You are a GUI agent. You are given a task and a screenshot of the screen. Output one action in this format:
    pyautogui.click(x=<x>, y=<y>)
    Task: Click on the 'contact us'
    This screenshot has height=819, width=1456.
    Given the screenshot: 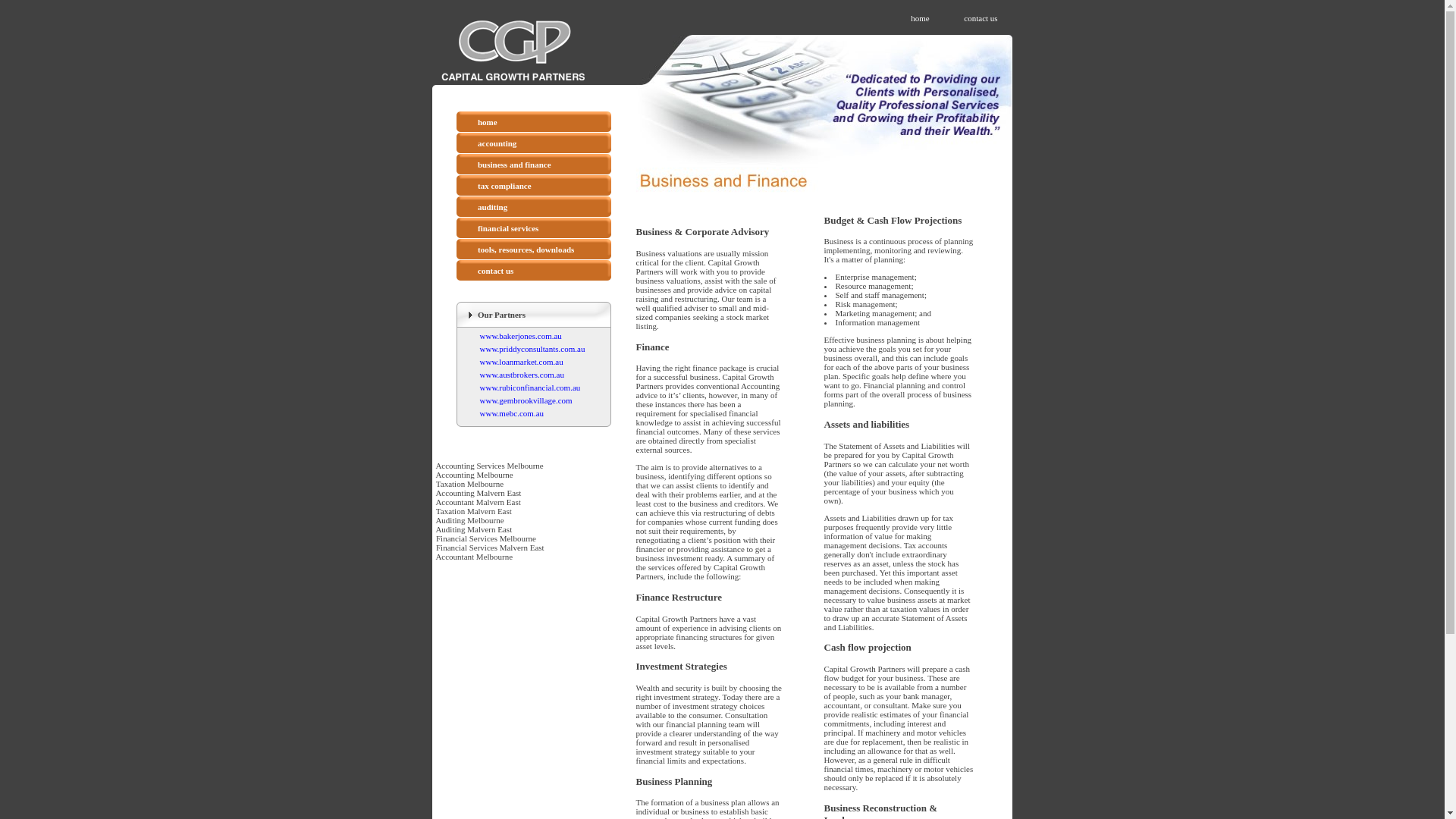 What is the action you would take?
    pyautogui.click(x=495, y=270)
    